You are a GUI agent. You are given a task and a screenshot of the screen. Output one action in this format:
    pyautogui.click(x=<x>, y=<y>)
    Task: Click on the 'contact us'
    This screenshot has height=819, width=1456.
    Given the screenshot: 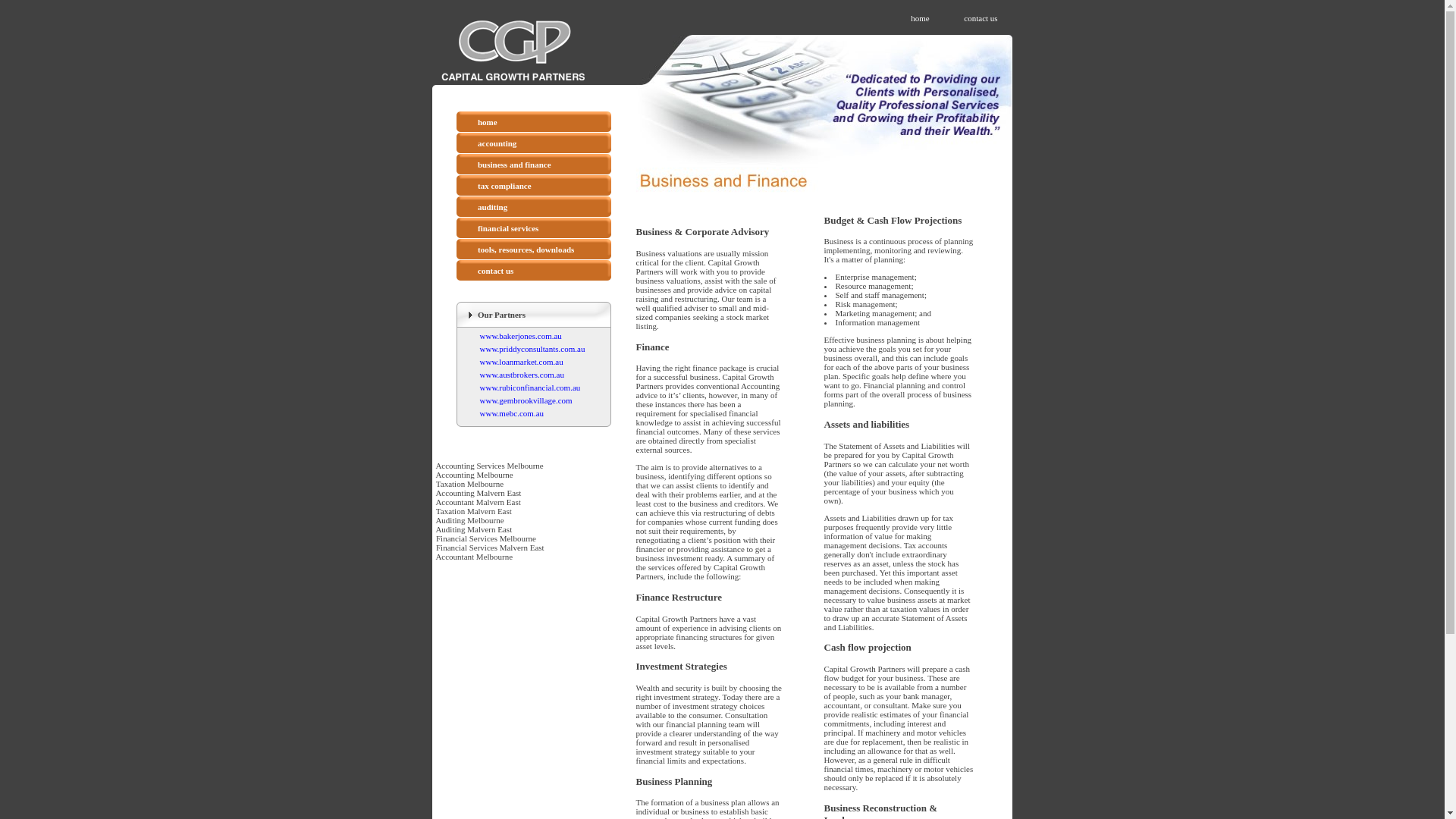 What is the action you would take?
    pyautogui.click(x=495, y=270)
    